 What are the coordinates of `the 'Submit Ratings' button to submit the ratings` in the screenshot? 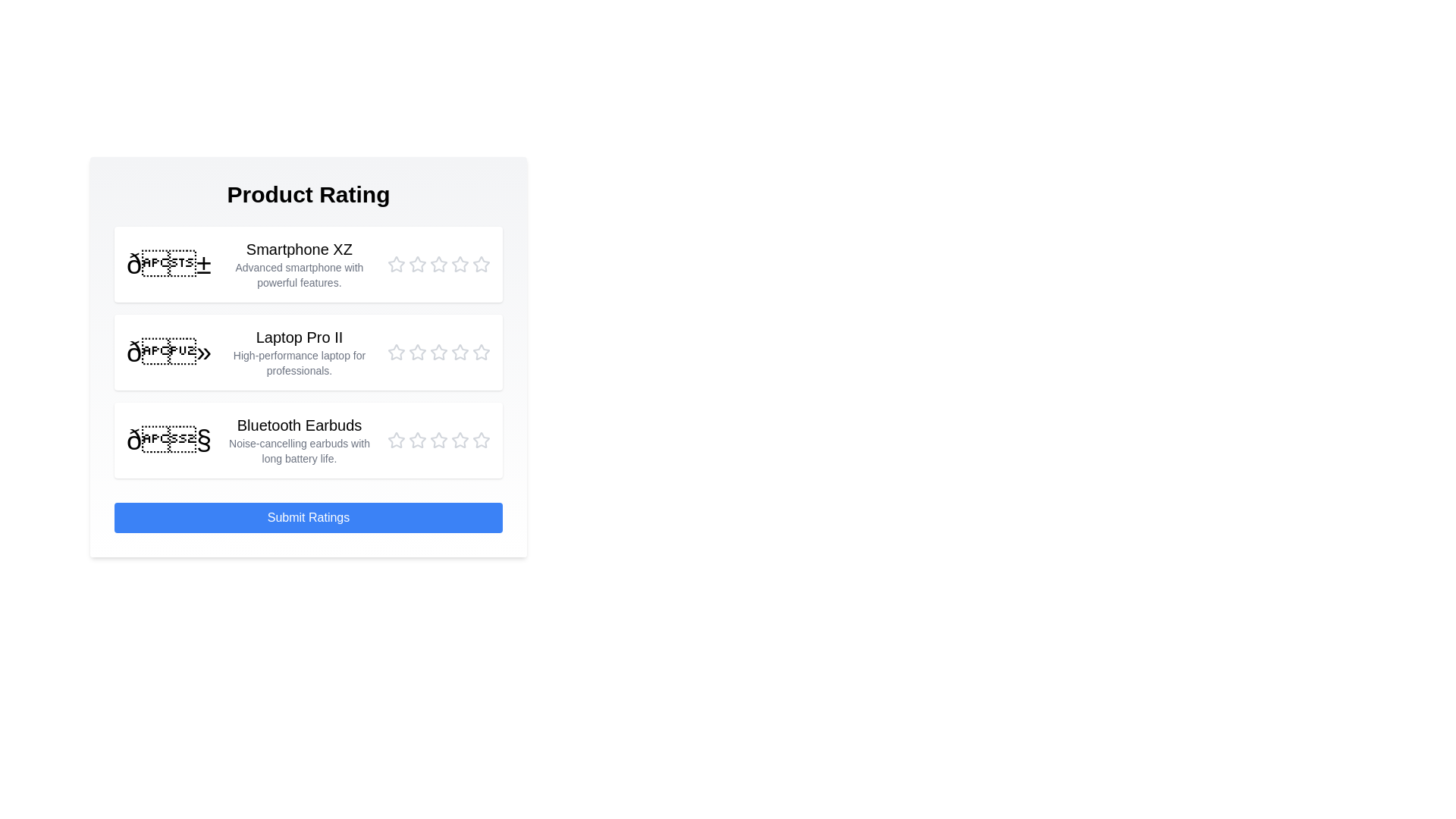 It's located at (308, 516).